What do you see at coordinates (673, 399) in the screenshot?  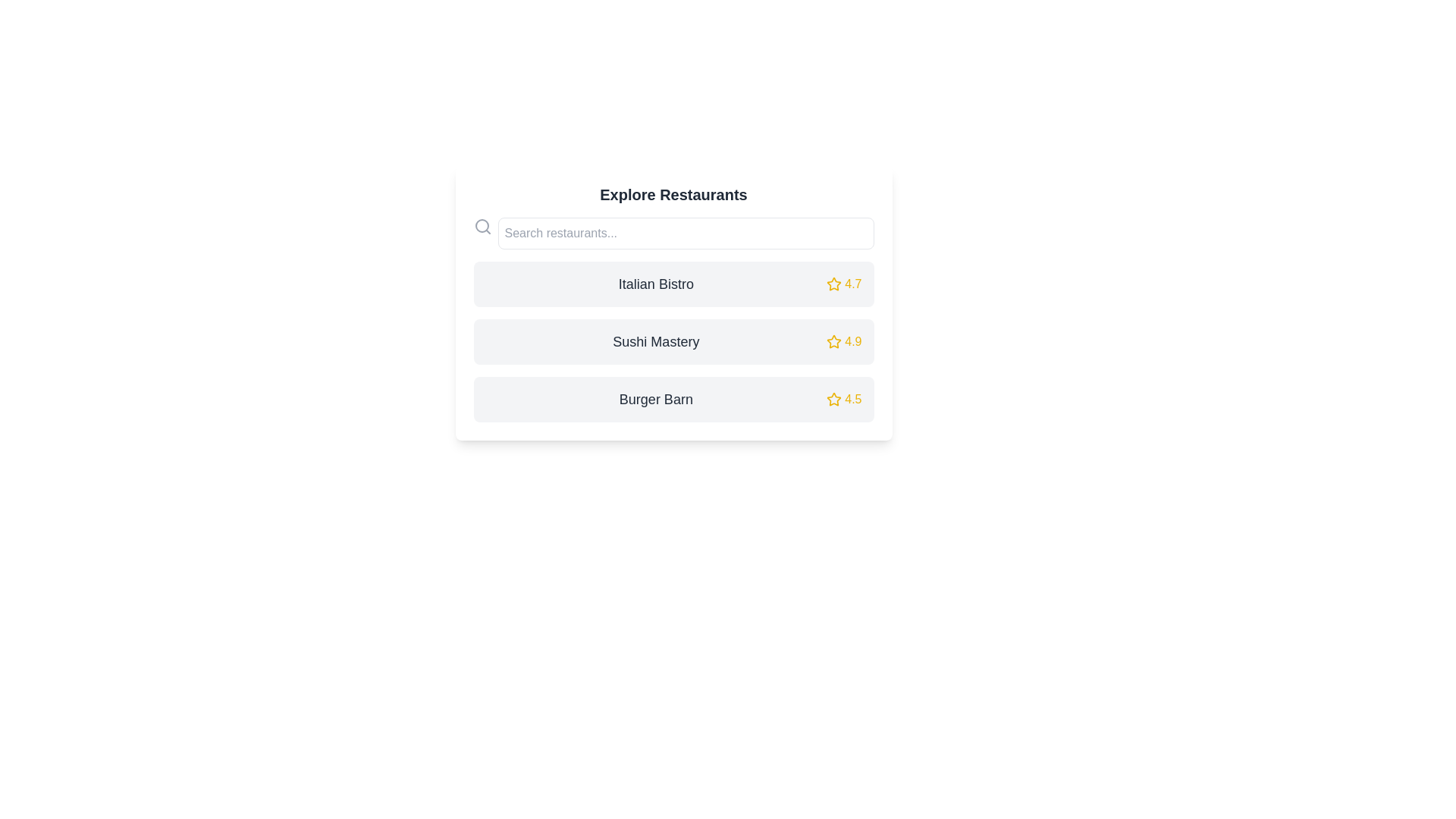 I see `the third restaurant listing in the vertical list, which displays the restaurant's name and rating` at bounding box center [673, 399].